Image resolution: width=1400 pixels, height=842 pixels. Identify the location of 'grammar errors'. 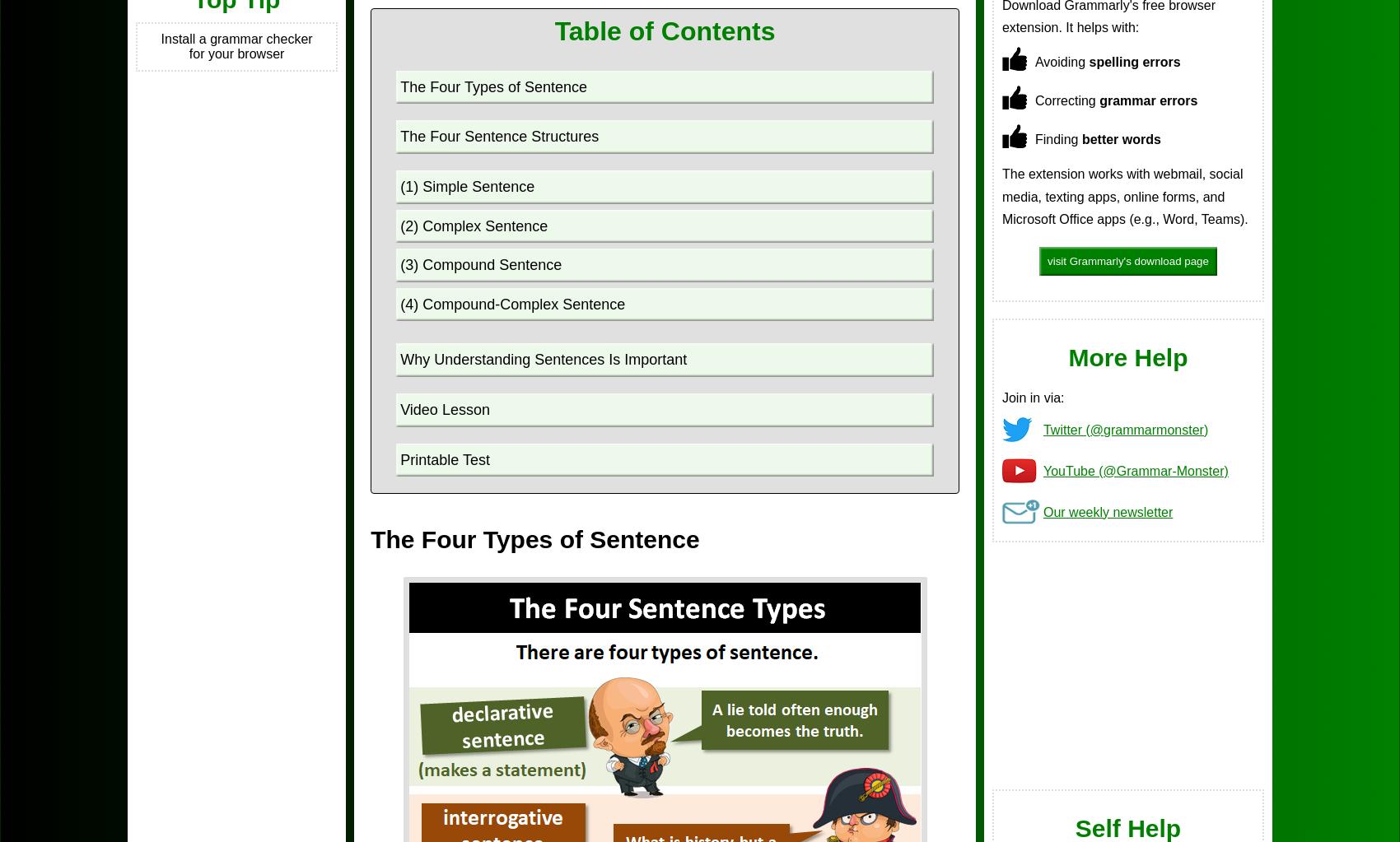
(1147, 100).